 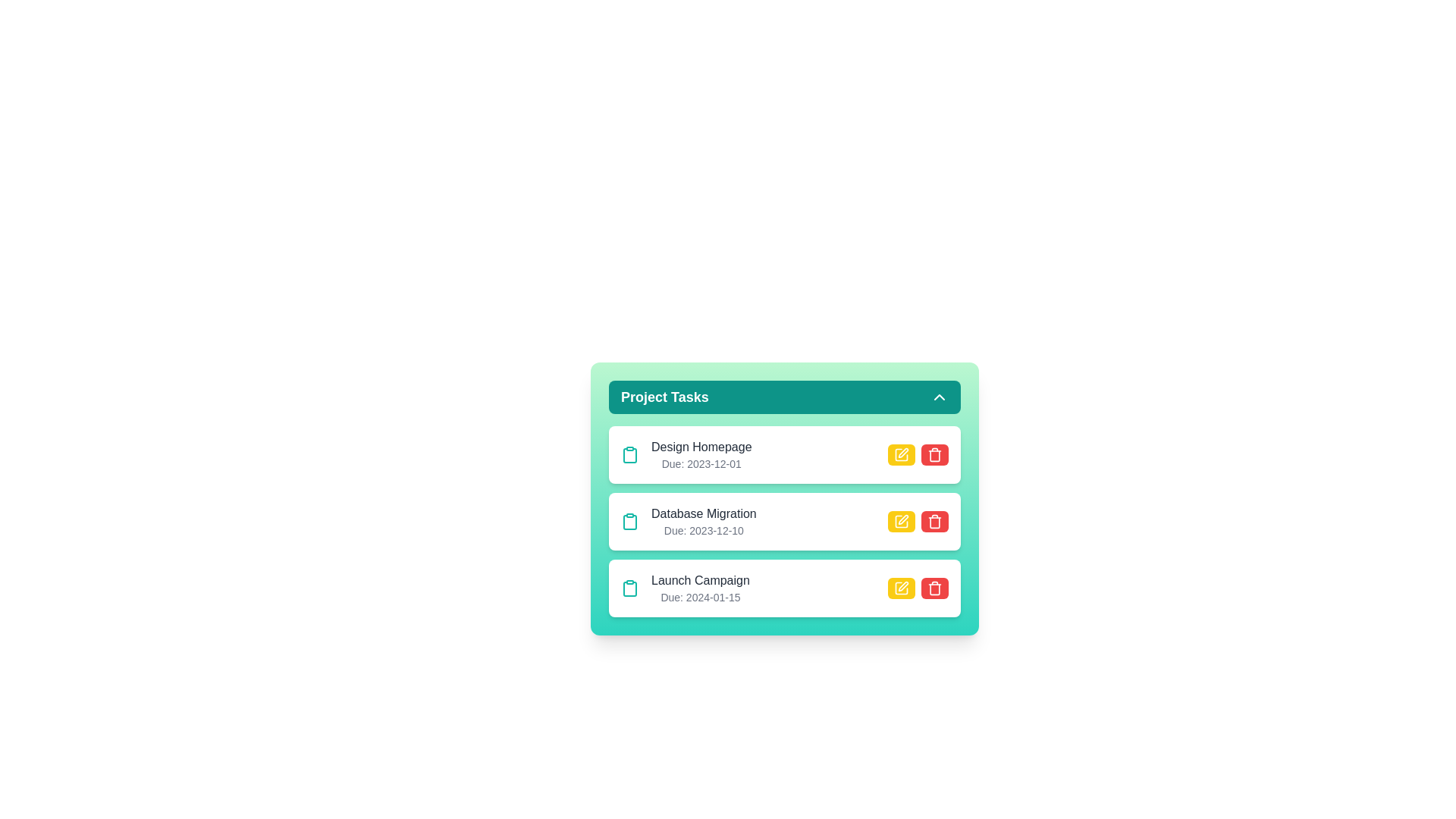 What do you see at coordinates (934, 454) in the screenshot?
I see `the delete button for the task 'Design Homepage'` at bounding box center [934, 454].